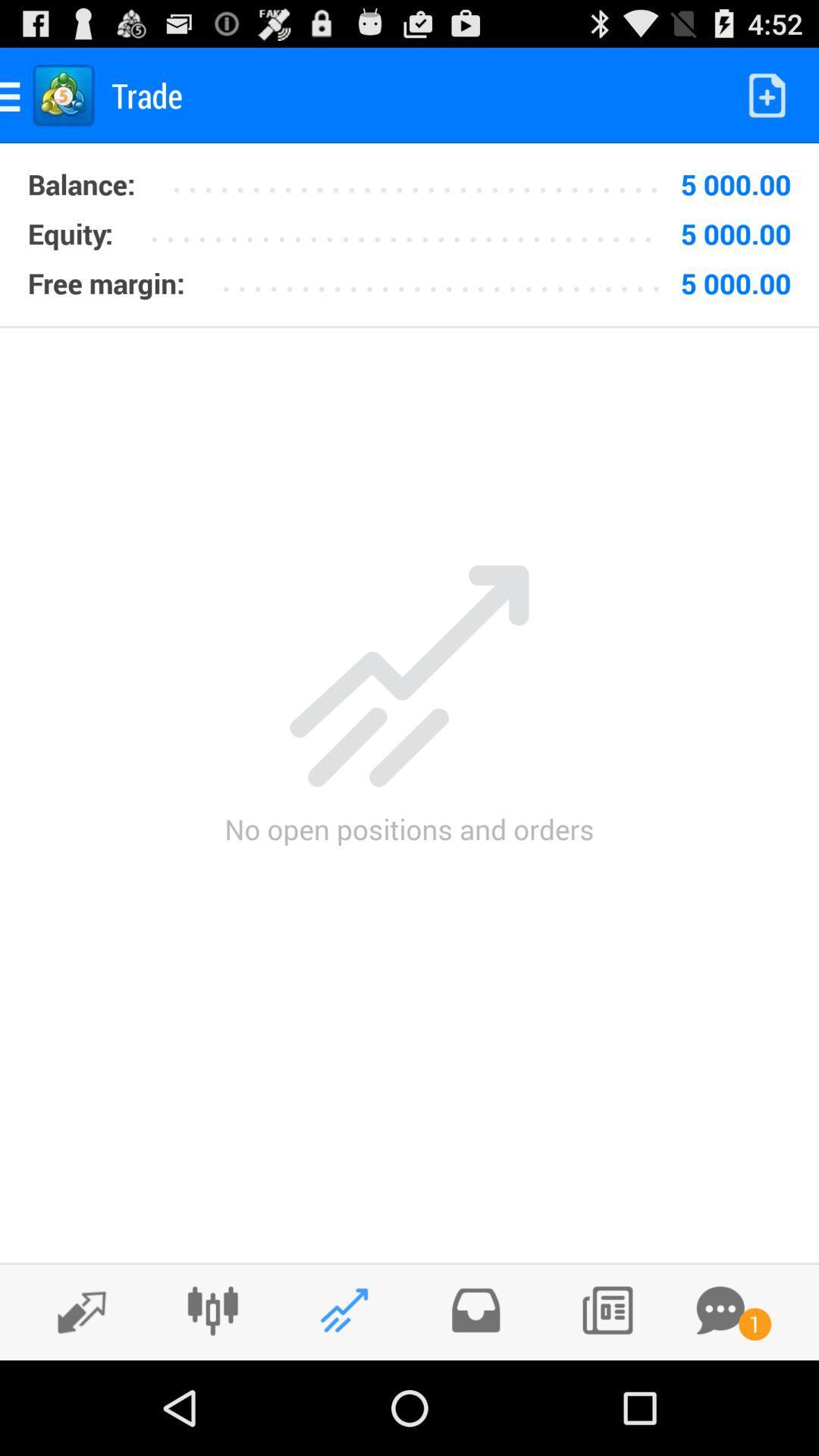 The height and width of the screenshot is (1456, 819). Describe the element at coordinates (409, 326) in the screenshot. I see `the item below free margin:` at that location.